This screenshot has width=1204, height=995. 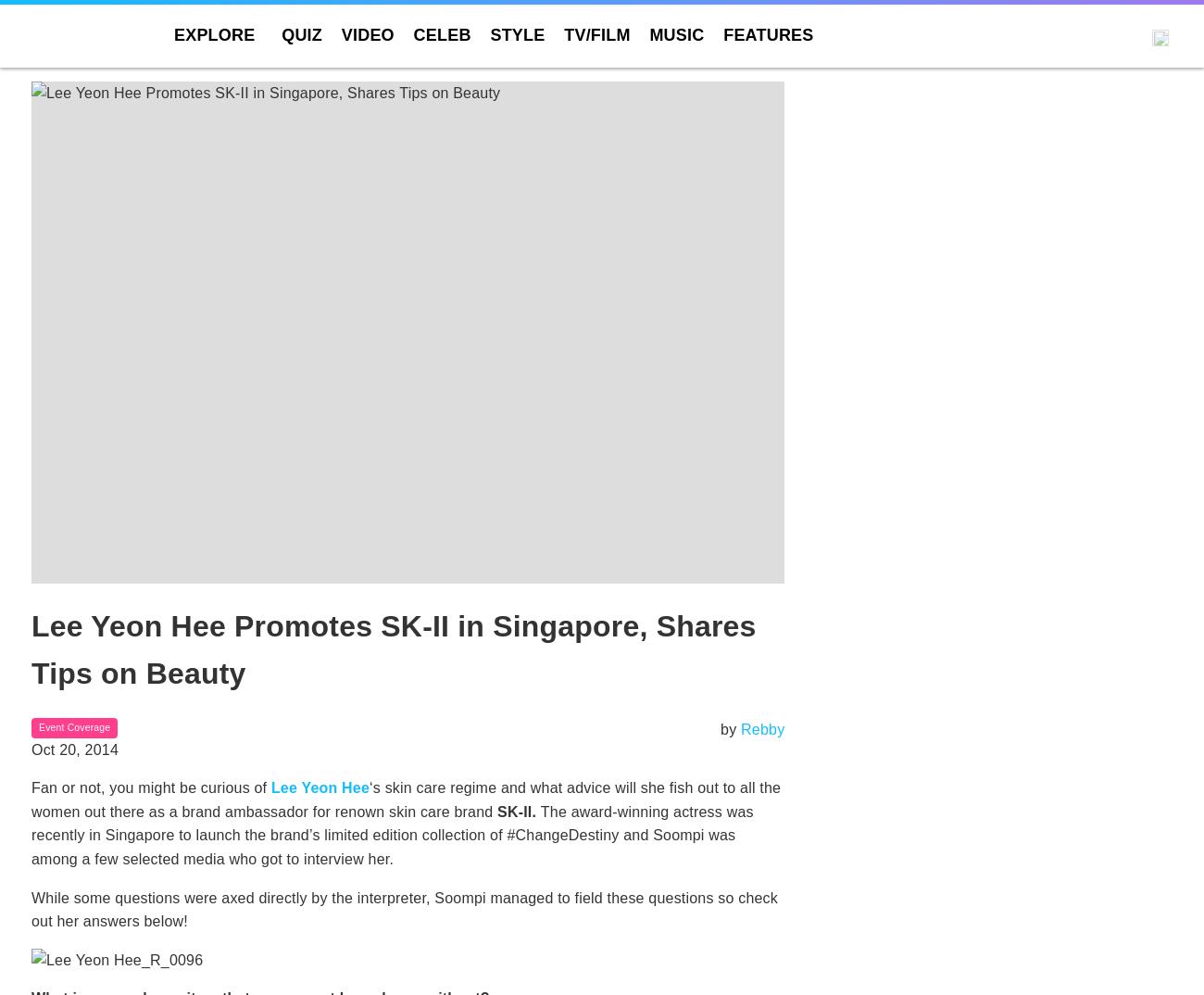 What do you see at coordinates (405, 798) in the screenshot?
I see `'‘s skin care regime and what advice will she fish out to all the women out there as a brand ambassador for renown skin care brand'` at bounding box center [405, 798].